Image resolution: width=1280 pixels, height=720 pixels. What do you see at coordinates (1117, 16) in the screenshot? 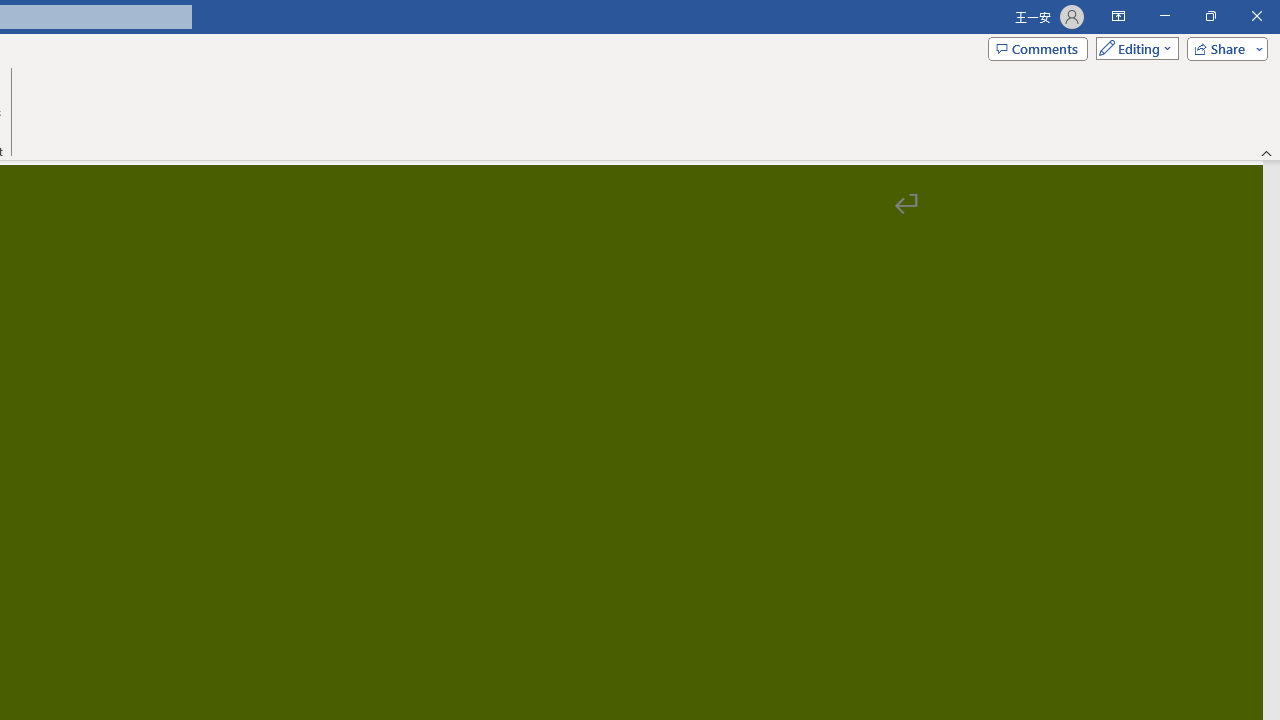
I see `'Ribbon Display Options'` at bounding box center [1117, 16].